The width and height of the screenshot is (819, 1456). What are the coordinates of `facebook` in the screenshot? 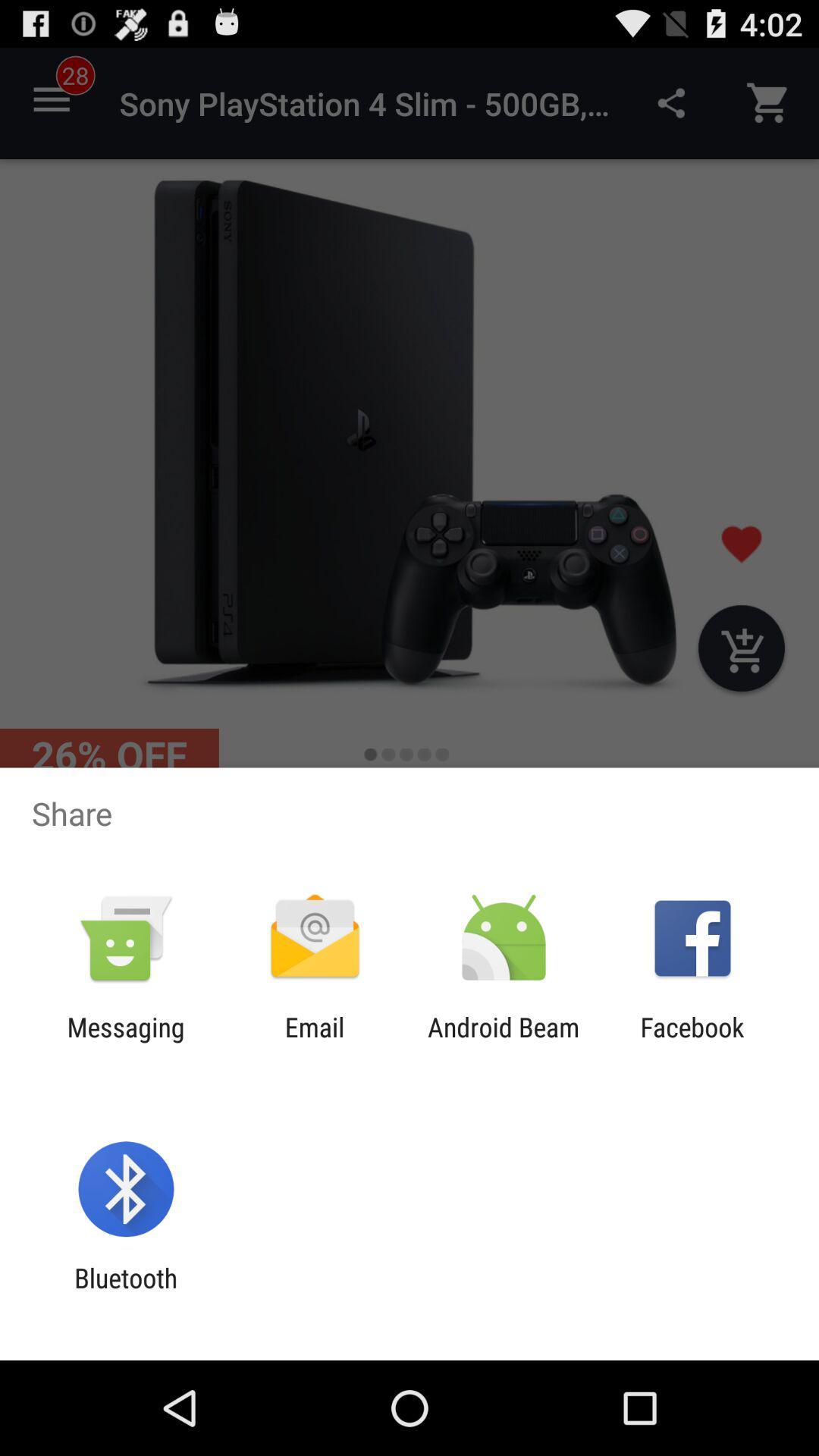 It's located at (692, 1042).